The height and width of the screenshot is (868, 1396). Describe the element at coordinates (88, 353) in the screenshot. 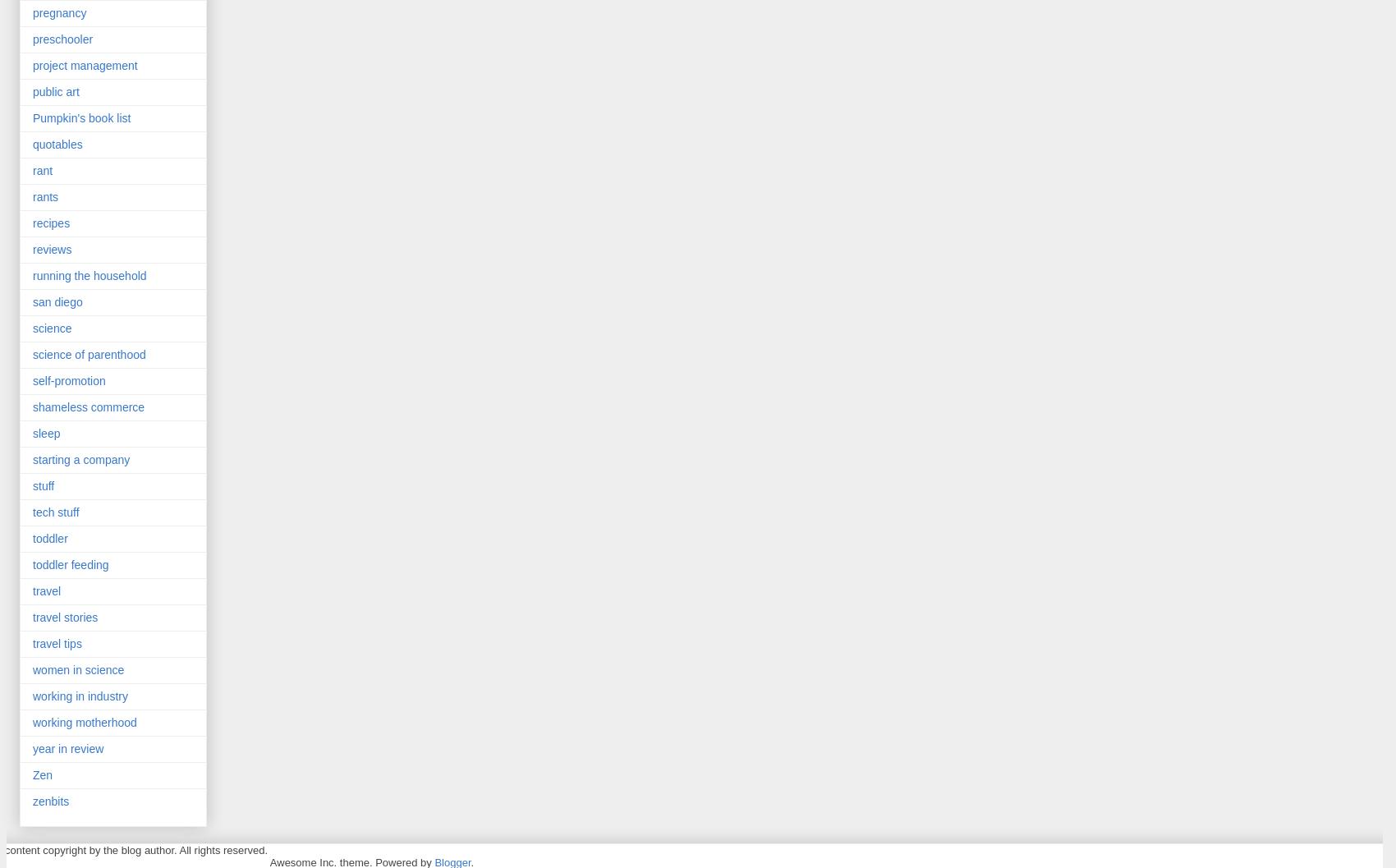

I see `'science of parenthood'` at that location.